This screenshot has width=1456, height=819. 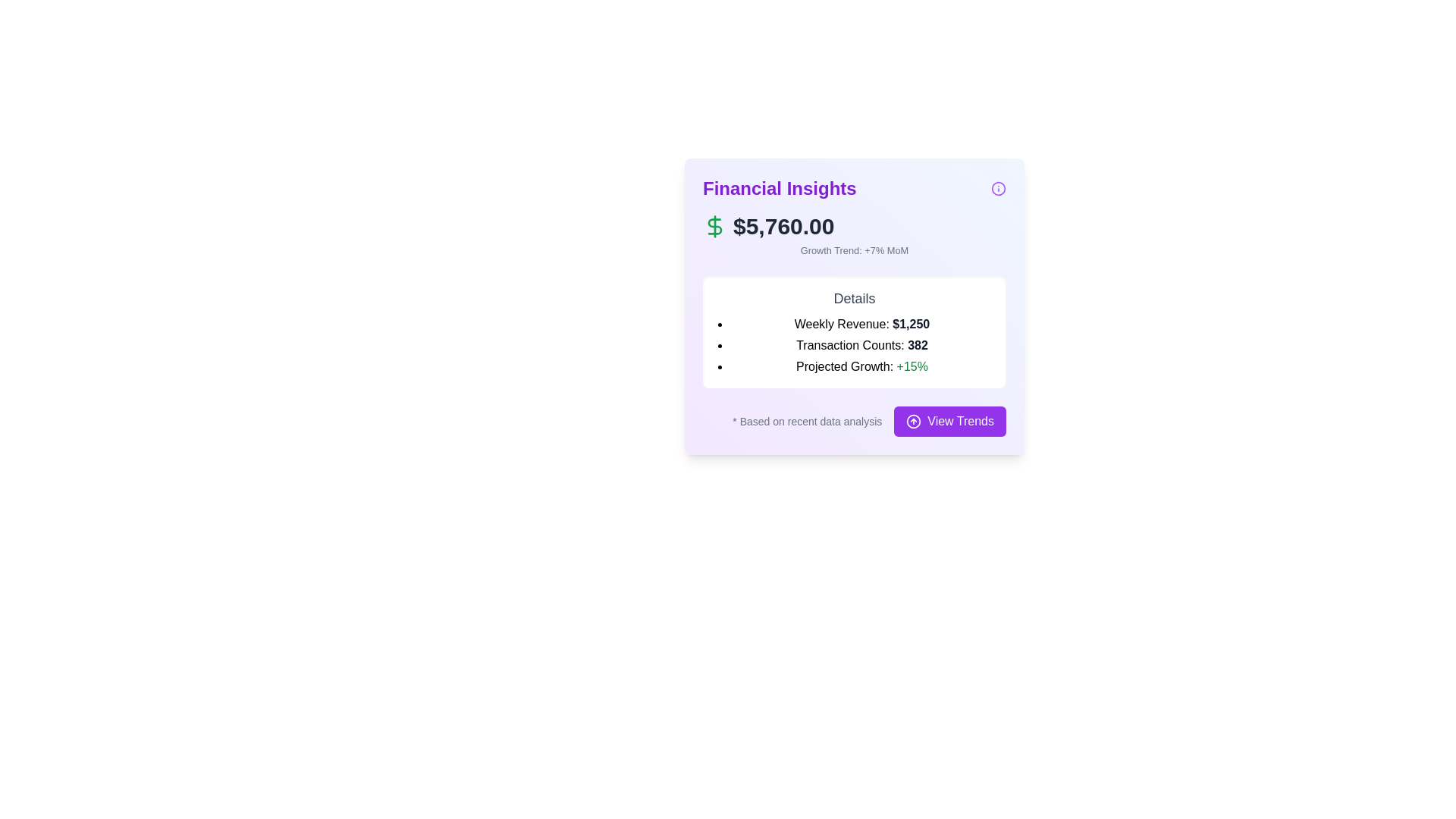 I want to click on the displayed weekly revenue value located in the second row of the detail section of the card, right-aligned with the label 'Weekly Revenue:', so click(x=910, y=323).